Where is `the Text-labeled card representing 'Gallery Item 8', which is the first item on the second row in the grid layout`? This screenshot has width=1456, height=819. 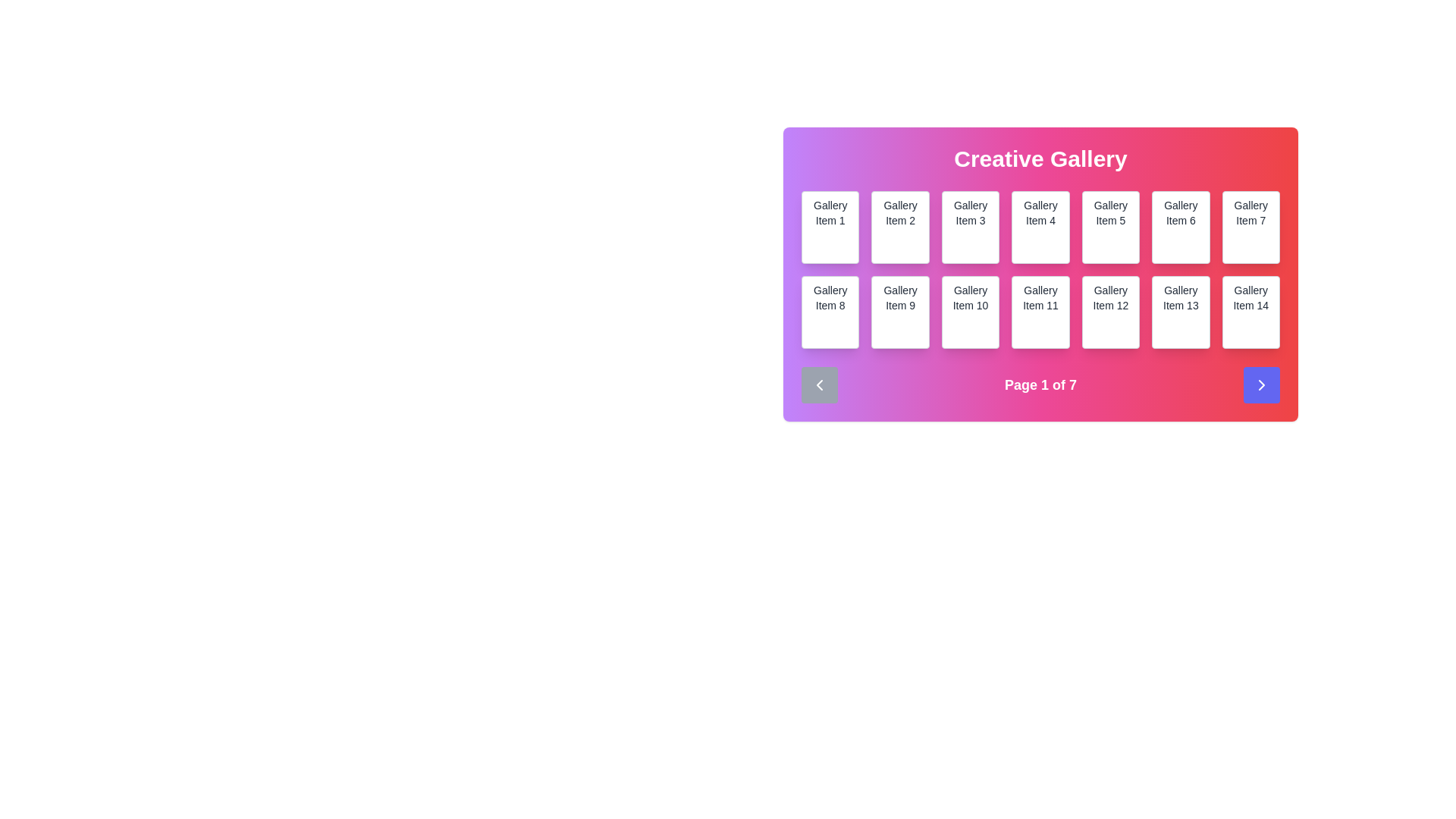 the Text-labeled card representing 'Gallery Item 8', which is the first item on the second row in the grid layout is located at coordinates (830, 312).